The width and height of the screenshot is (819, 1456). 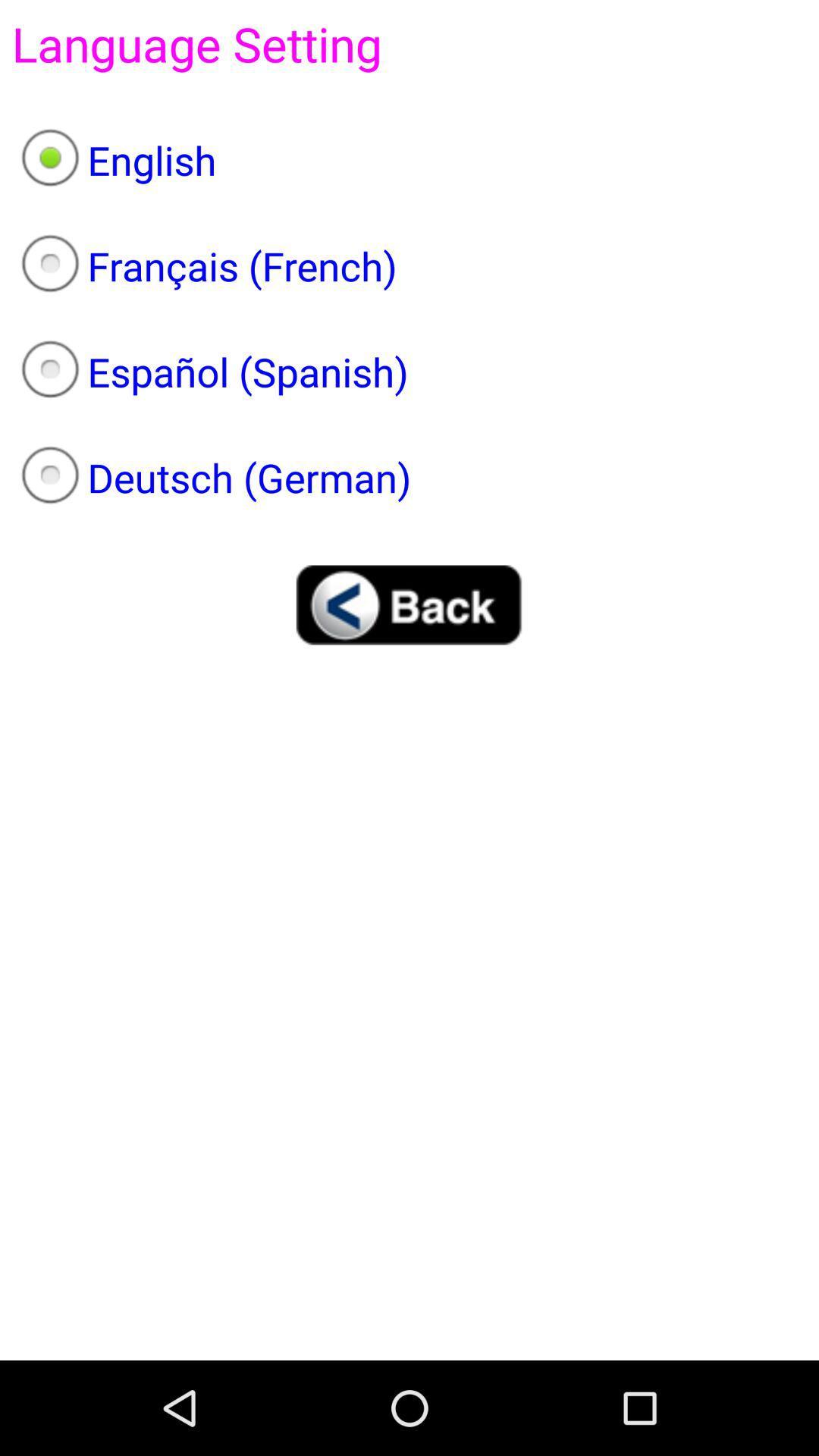 I want to click on the english item, so click(x=409, y=160).